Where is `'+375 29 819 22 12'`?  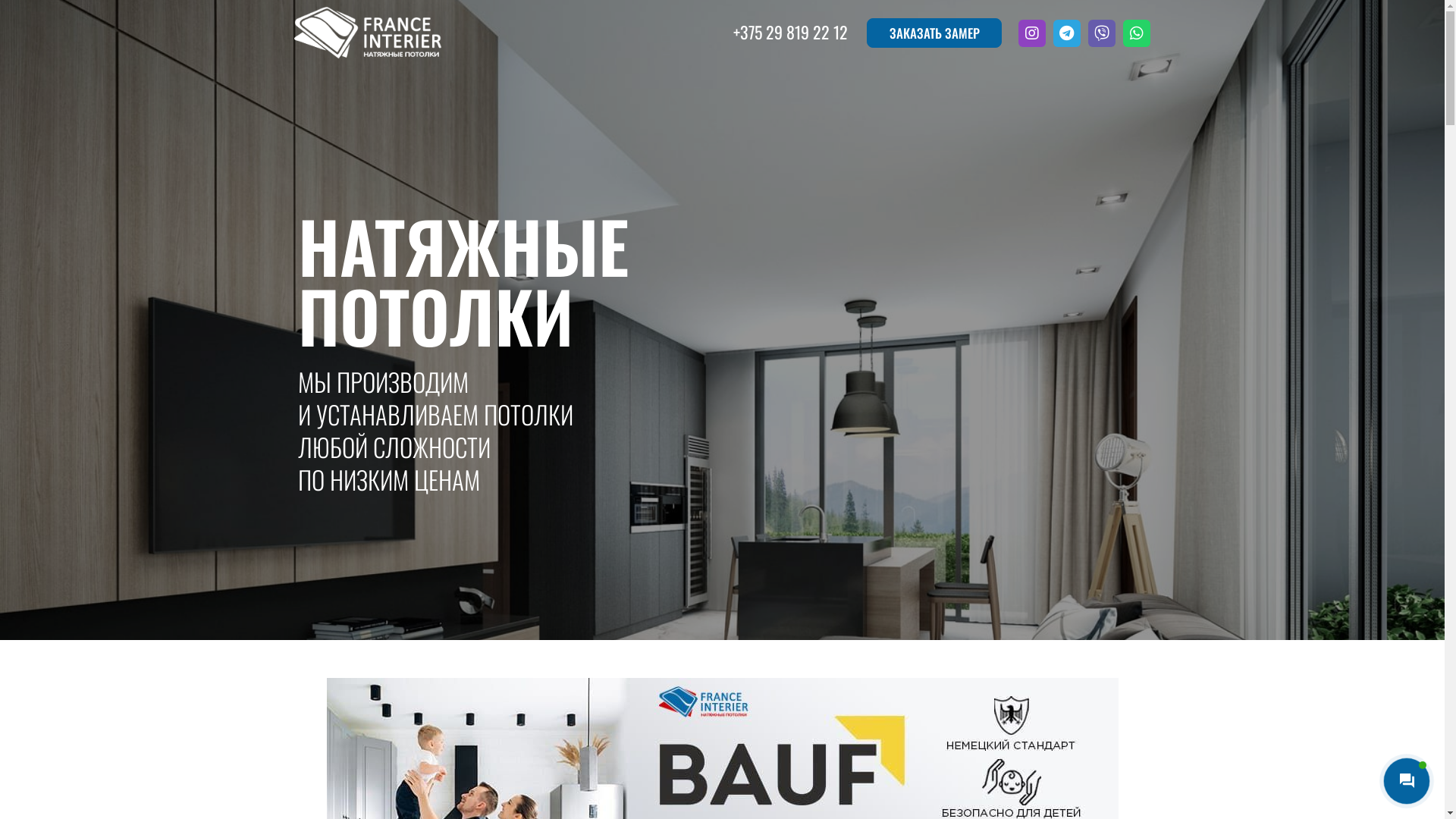
'+375 29 819 22 12' is located at coordinates (789, 32).